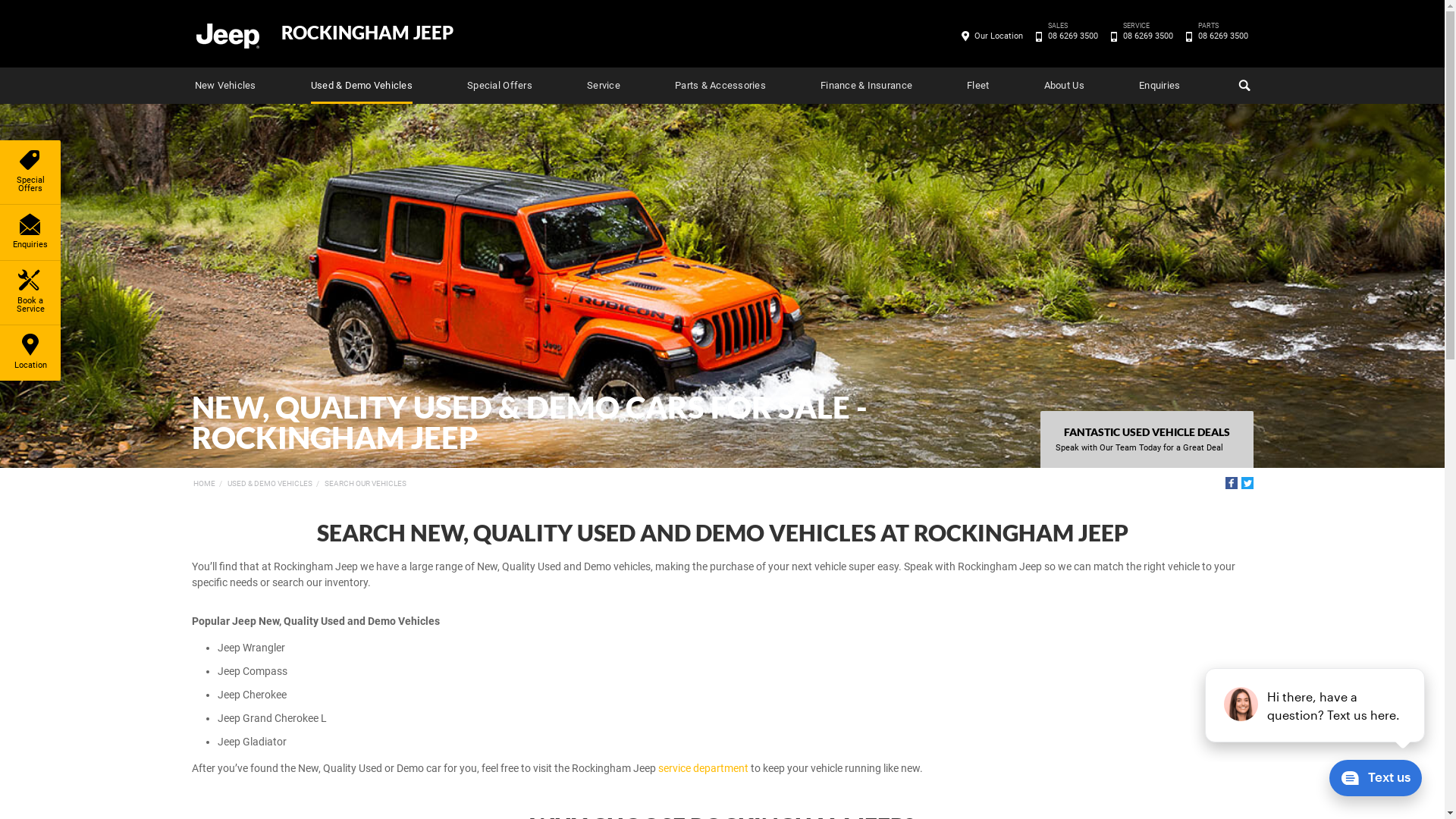 This screenshot has height=819, width=1456. I want to click on 'USED & DEMO VEHICLES', so click(226, 483).